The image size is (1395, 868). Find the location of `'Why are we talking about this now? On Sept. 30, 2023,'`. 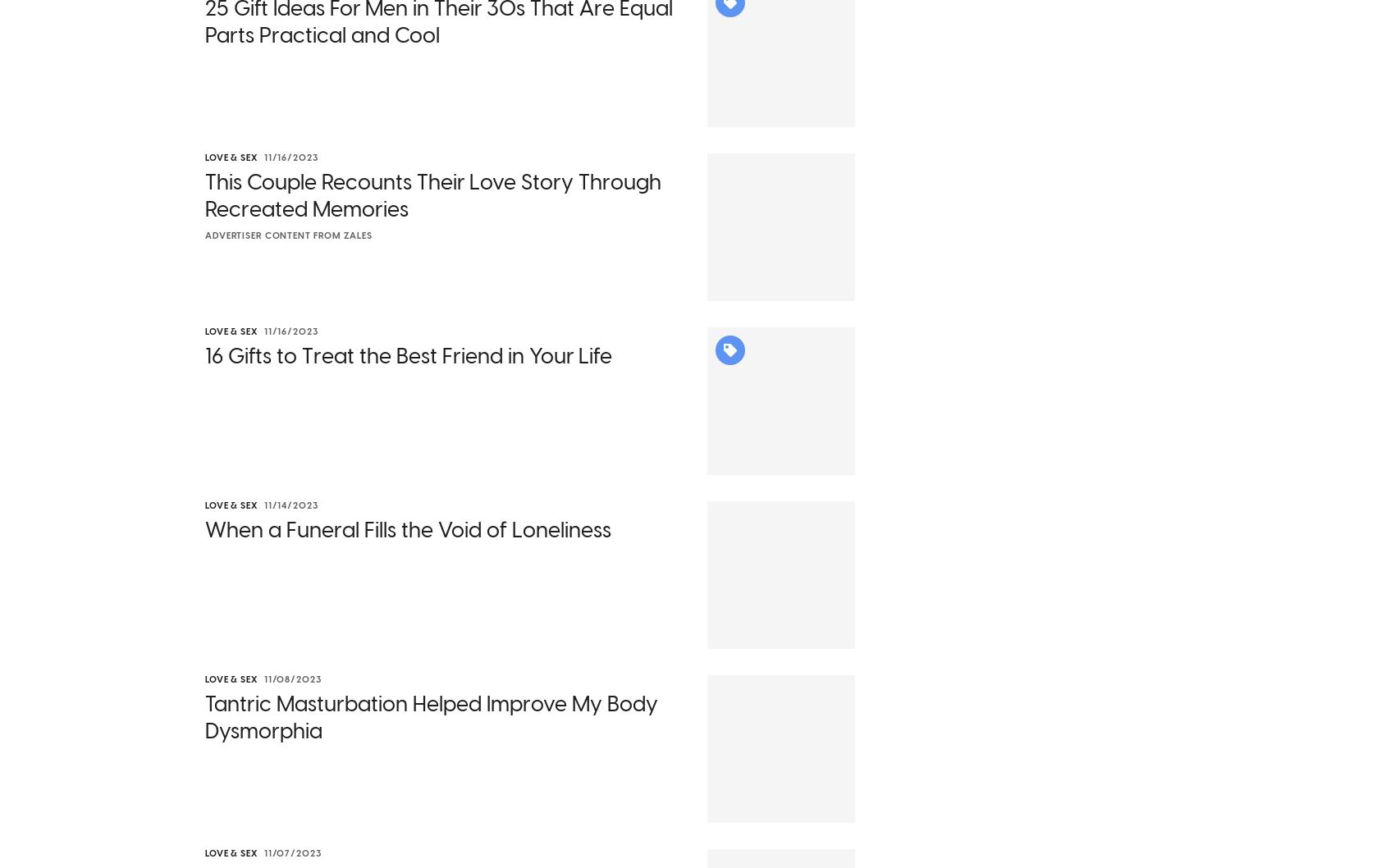

'Why are we talking about this now? On Sept. 30, 2023,' is located at coordinates (379, 340).